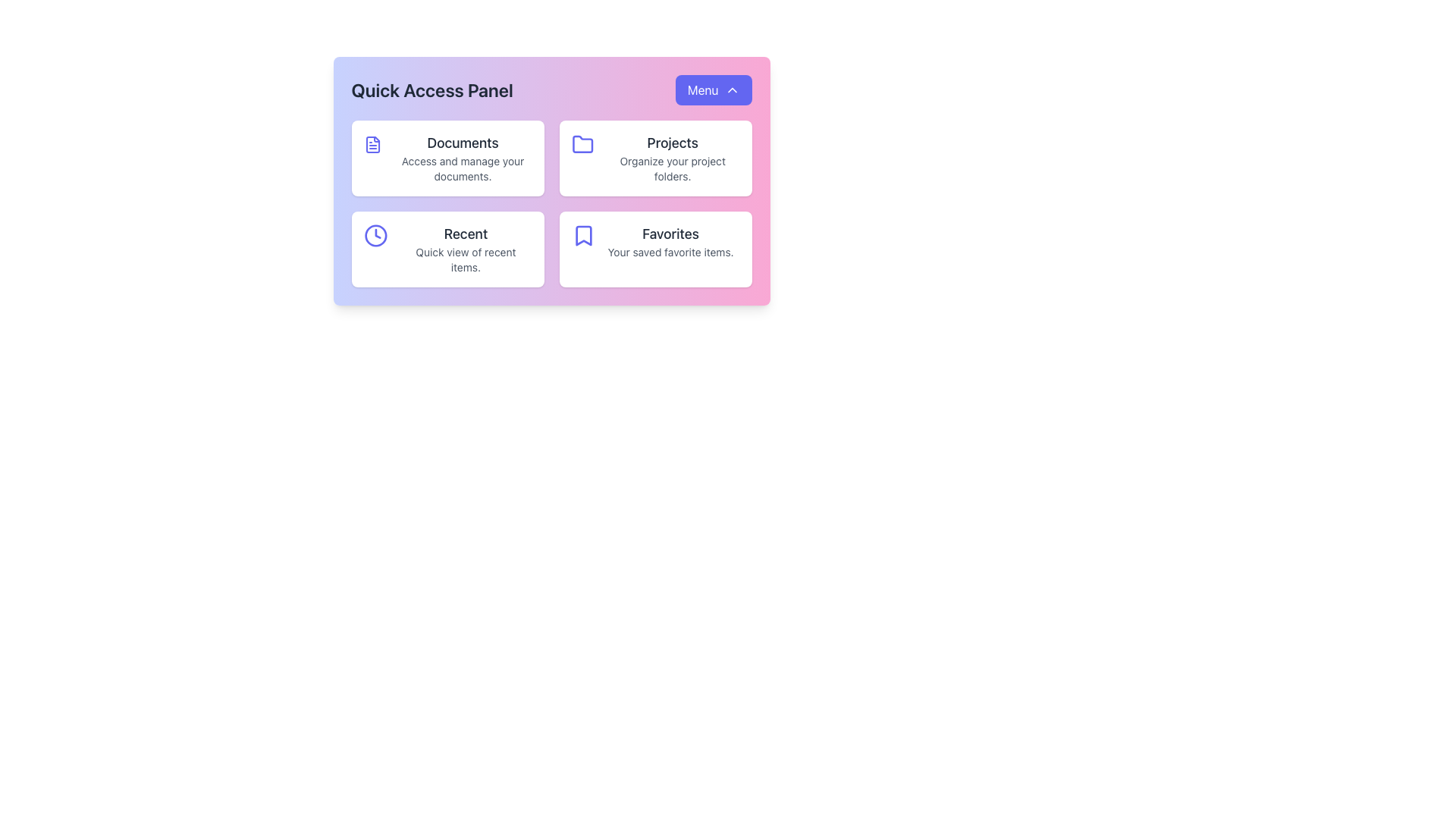 The height and width of the screenshot is (819, 1456). Describe the element at coordinates (582, 236) in the screenshot. I see `the bookmark-shaped icon in the 'Favorites' section of the interface, which is outlined and styled consistently with other icons like the clock and folder` at that location.